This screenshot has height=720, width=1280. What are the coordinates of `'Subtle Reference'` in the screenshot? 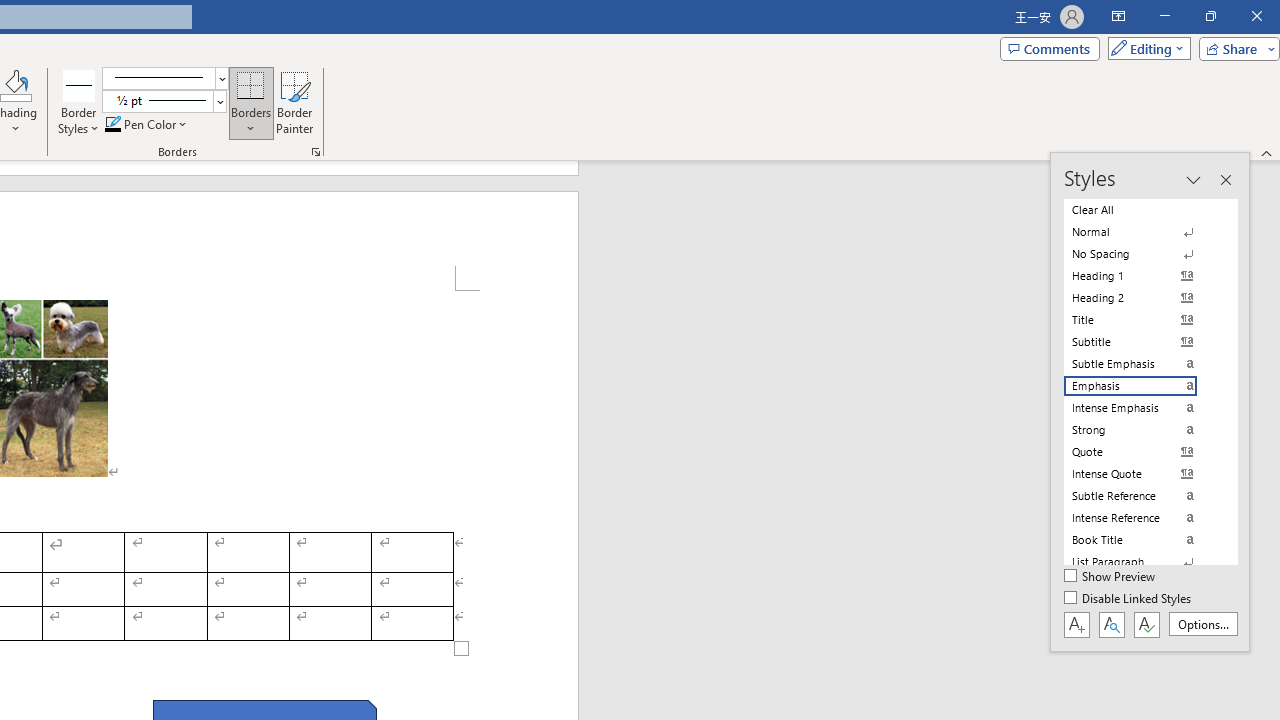 It's located at (1142, 495).